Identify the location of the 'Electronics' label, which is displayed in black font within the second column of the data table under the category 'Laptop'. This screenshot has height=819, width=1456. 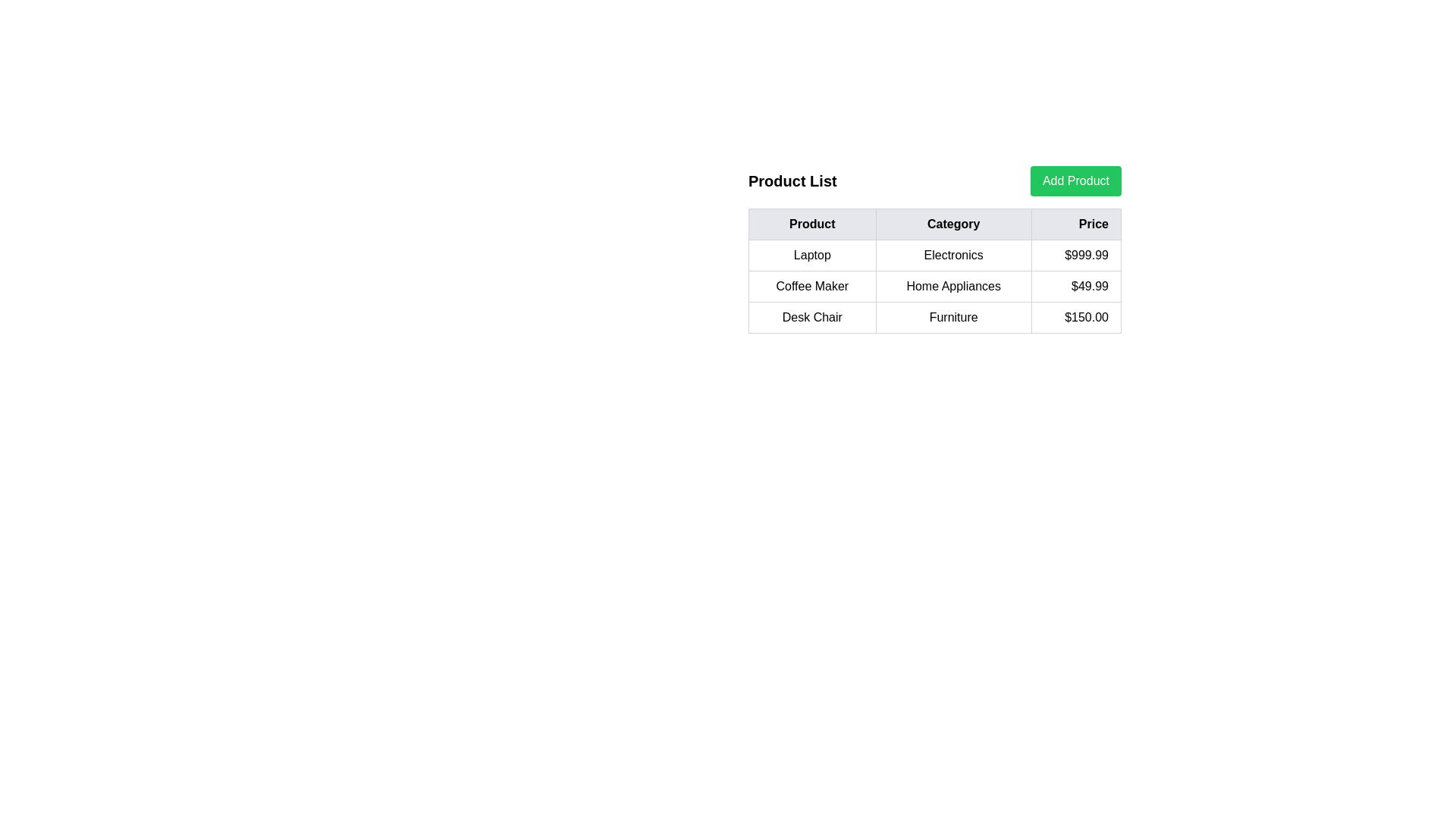
(952, 254).